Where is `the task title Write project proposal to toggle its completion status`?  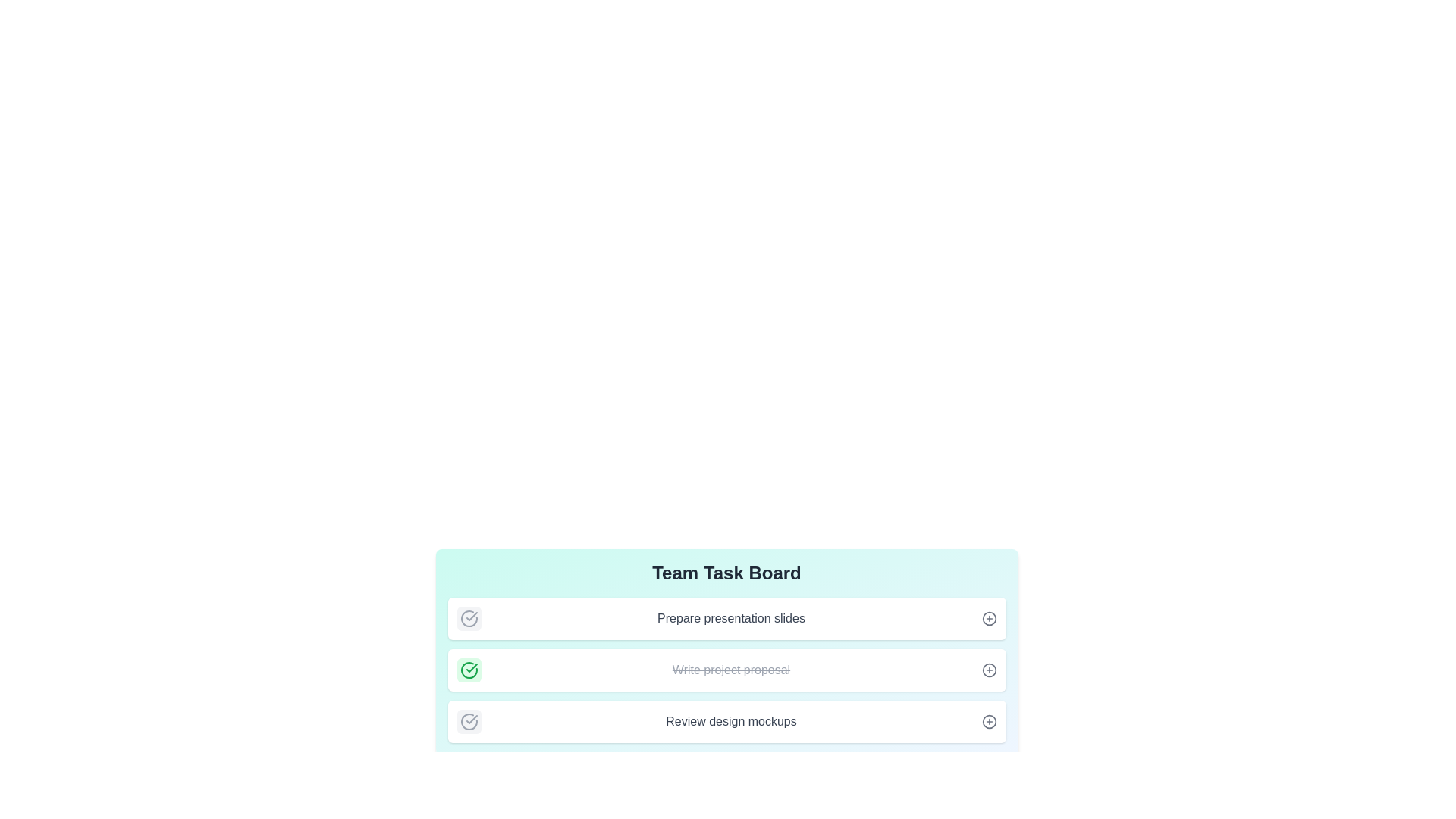
the task title Write project proposal to toggle its completion status is located at coordinates (468, 669).